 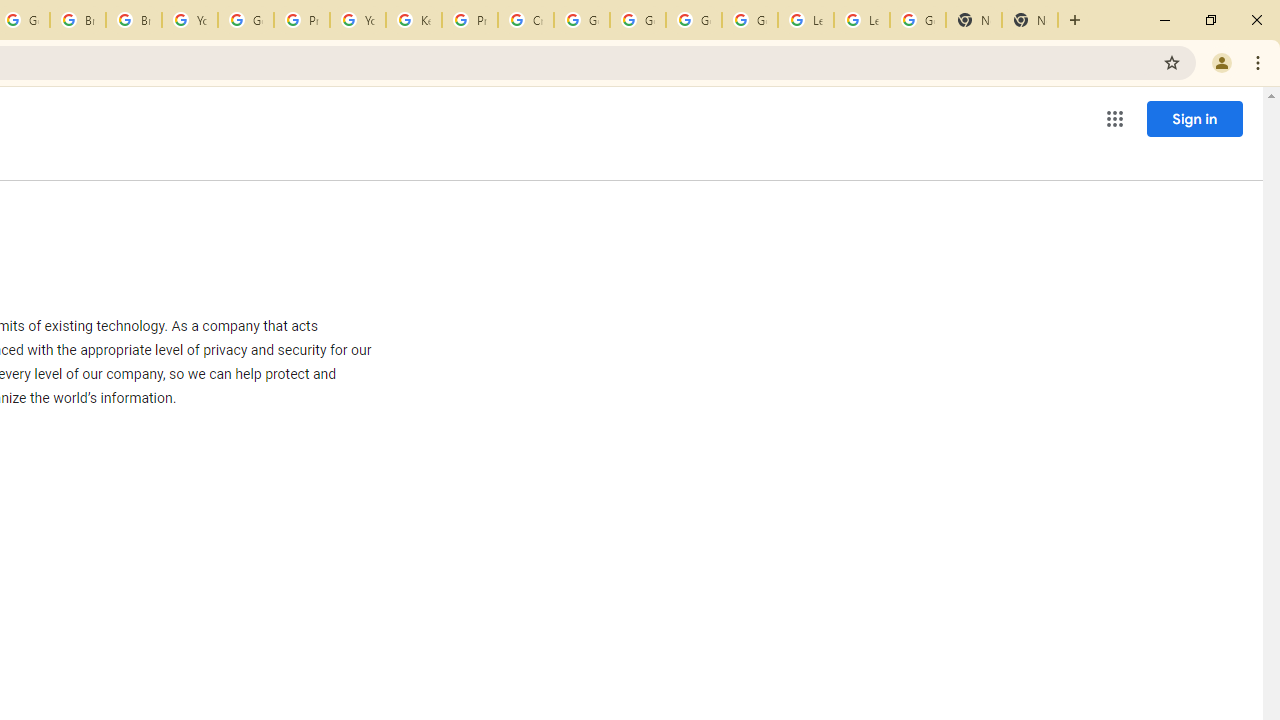 What do you see at coordinates (78, 20) in the screenshot?
I see `'Brand Resource Center'` at bounding box center [78, 20].